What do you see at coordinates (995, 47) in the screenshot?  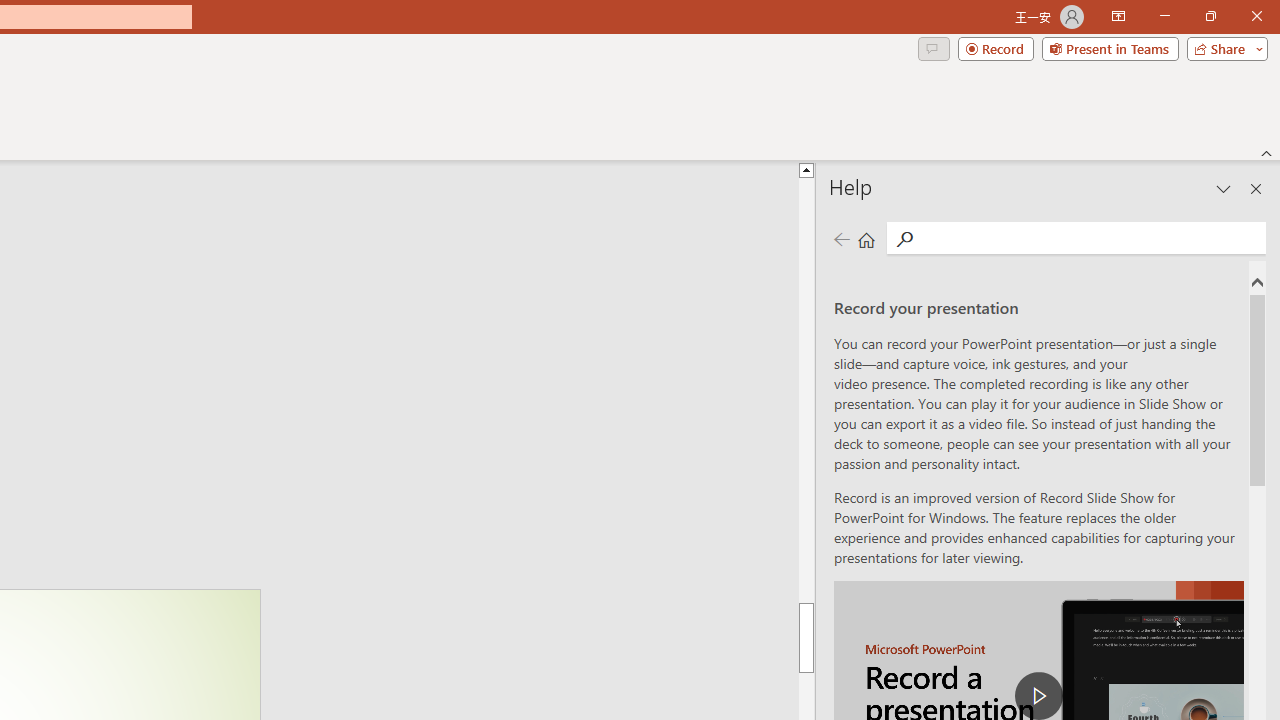 I see `'Record'` at bounding box center [995, 47].